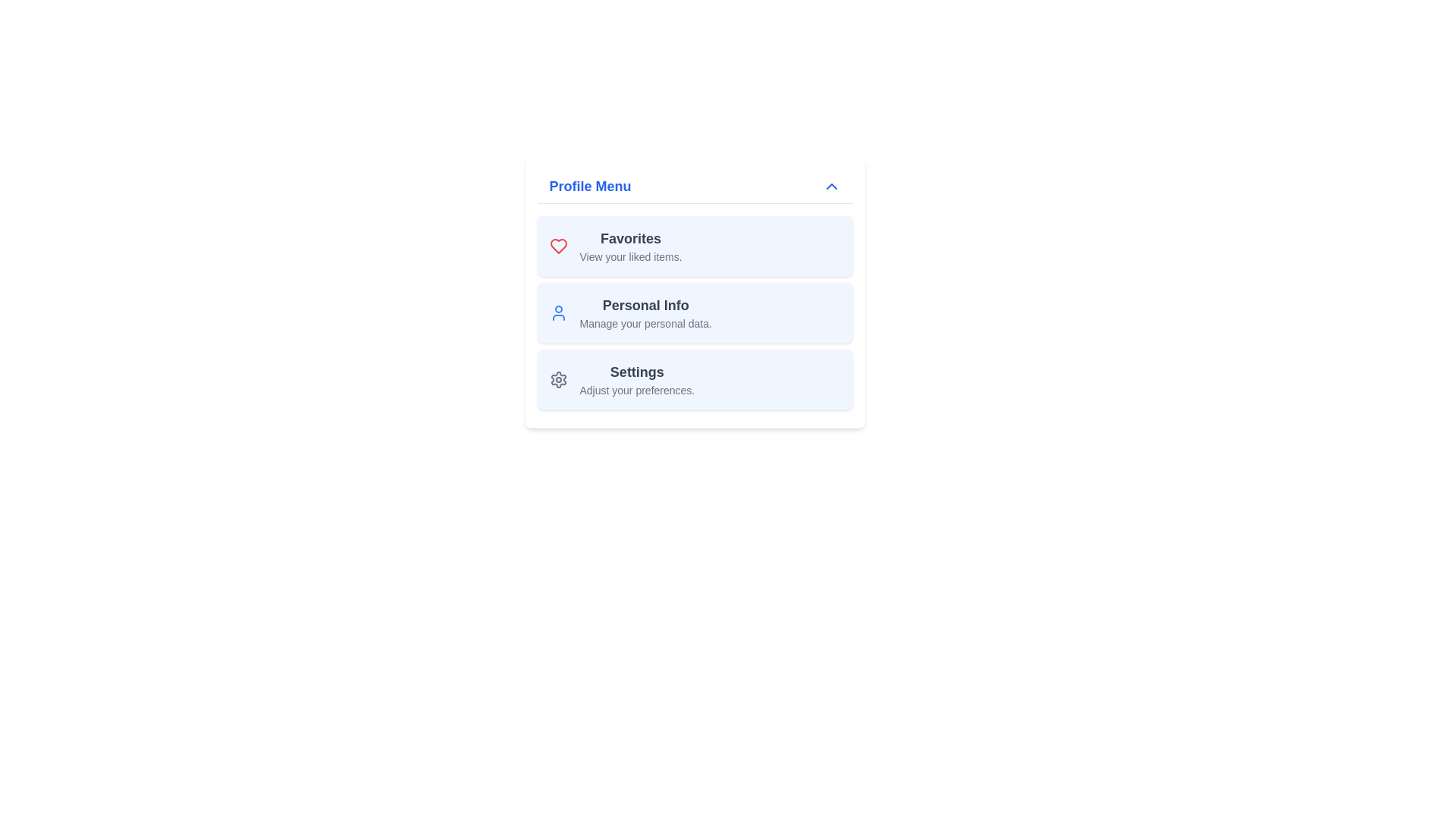 Image resolution: width=1456 pixels, height=819 pixels. I want to click on the menu item that manages personal information, positioned in the middle of the Profile Menu between 'Favorites' and 'Settings', so click(694, 312).